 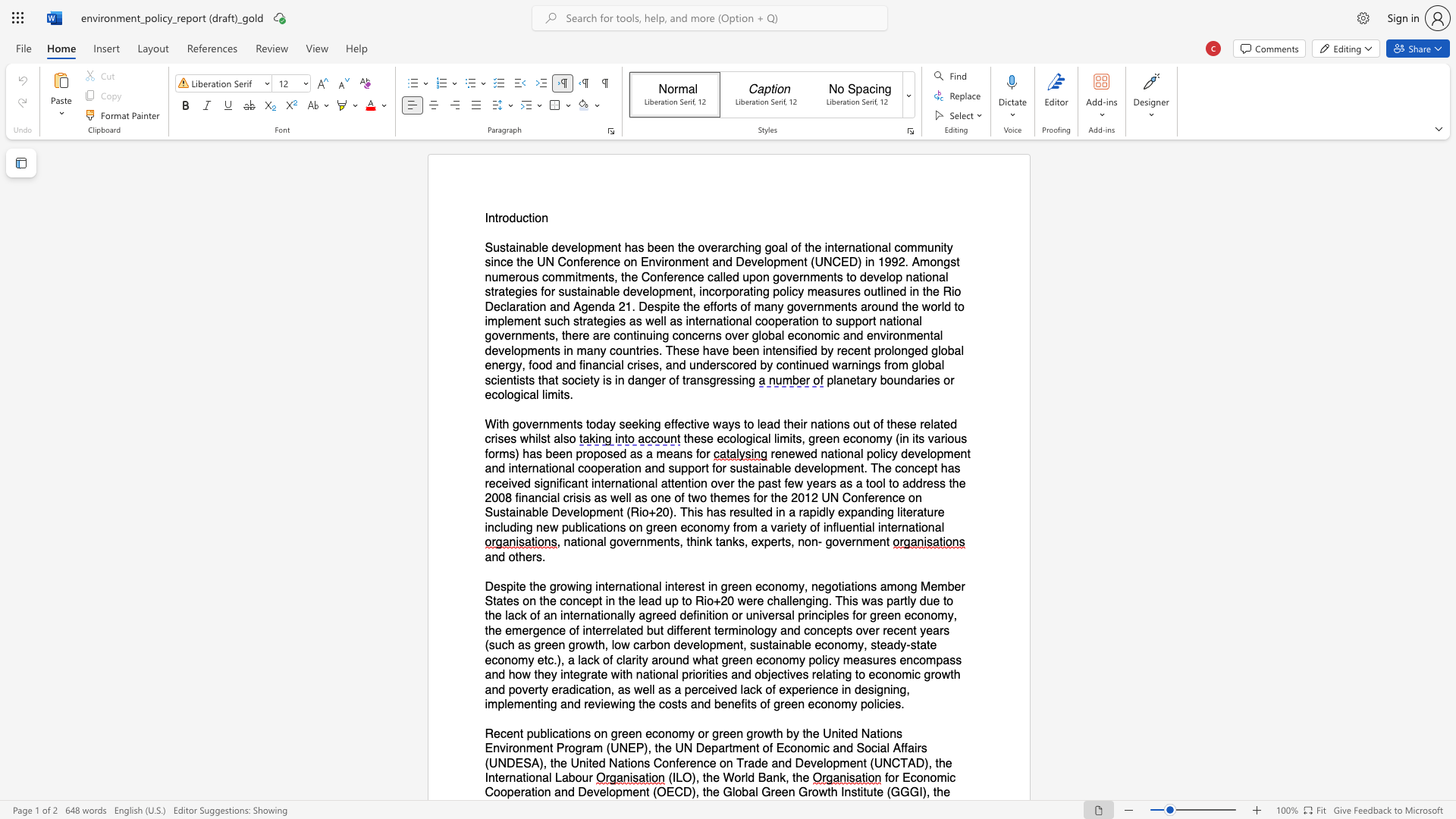 I want to click on the subset text "nd othe" within the text "and others.", so click(x=491, y=557).